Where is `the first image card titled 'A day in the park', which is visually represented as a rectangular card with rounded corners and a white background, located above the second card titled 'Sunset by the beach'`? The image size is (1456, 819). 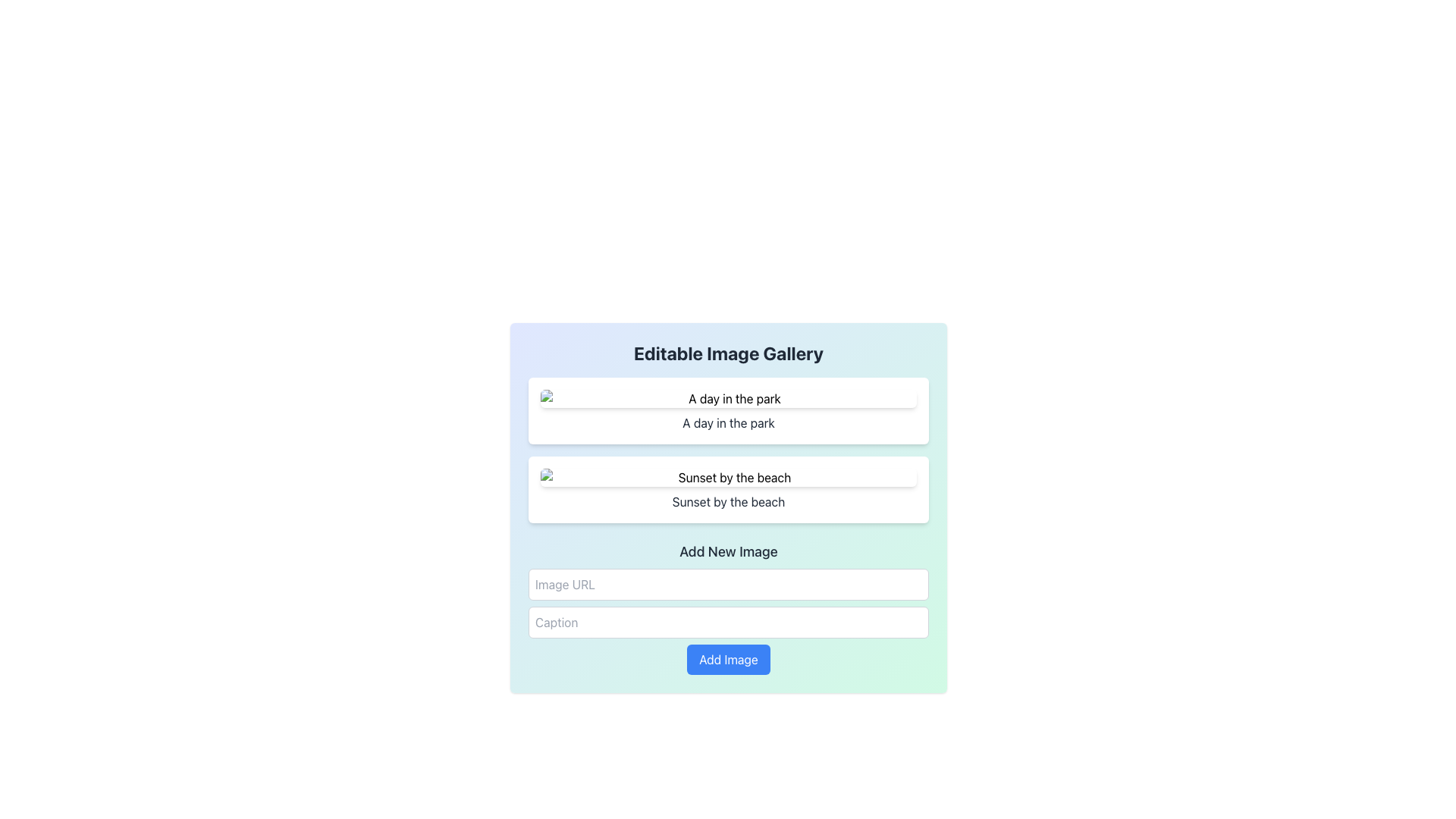
the first image card titled 'A day in the park', which is visually represented as a rectangular card with rounded corners and a white background, located above the second card titled 'Sunset by the beach' is located at coordinates (728, 411).